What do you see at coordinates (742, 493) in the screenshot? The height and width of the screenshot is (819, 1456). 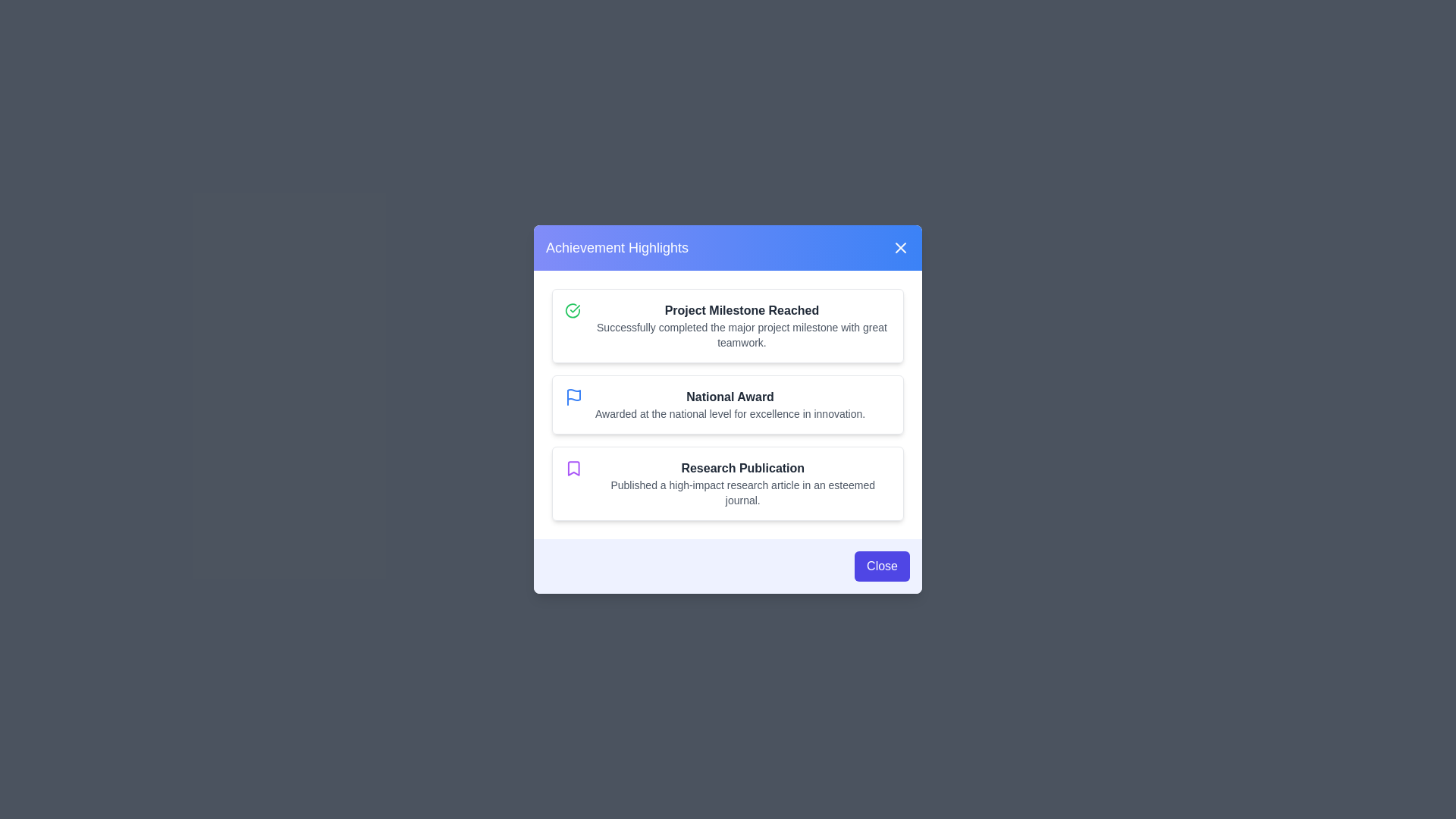 I see `the static text label that provides details about the 'Research Publication' achievement, positioned below its heading in a card-like section` at bounding box center [742, 493].